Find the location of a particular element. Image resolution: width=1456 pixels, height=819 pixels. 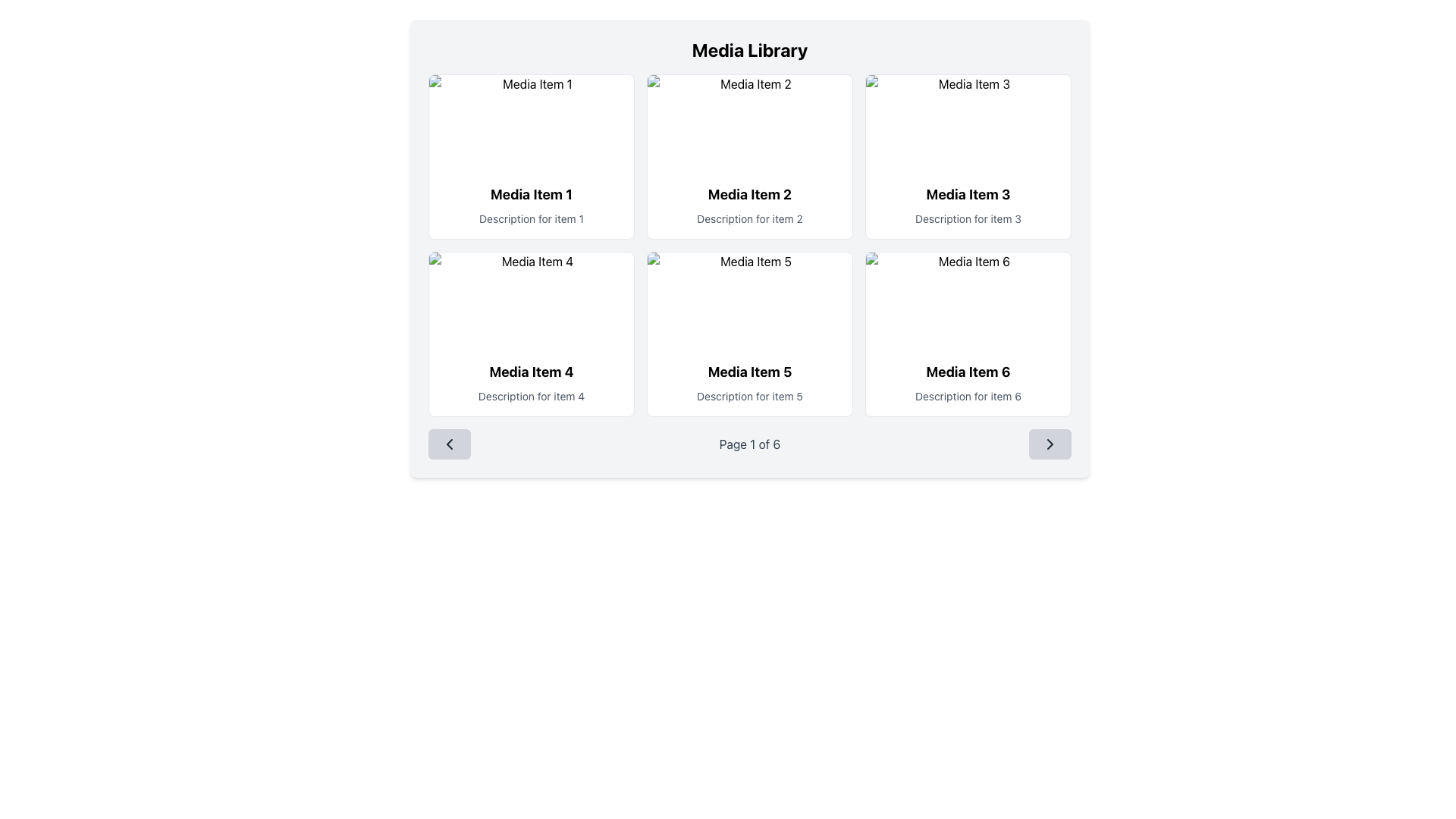

the card element displaying 'Media Item 5' with a white background and rounded corners, located in the middle column of the bottom row in a 3-column grid layout is located at coordinates (749, 333).